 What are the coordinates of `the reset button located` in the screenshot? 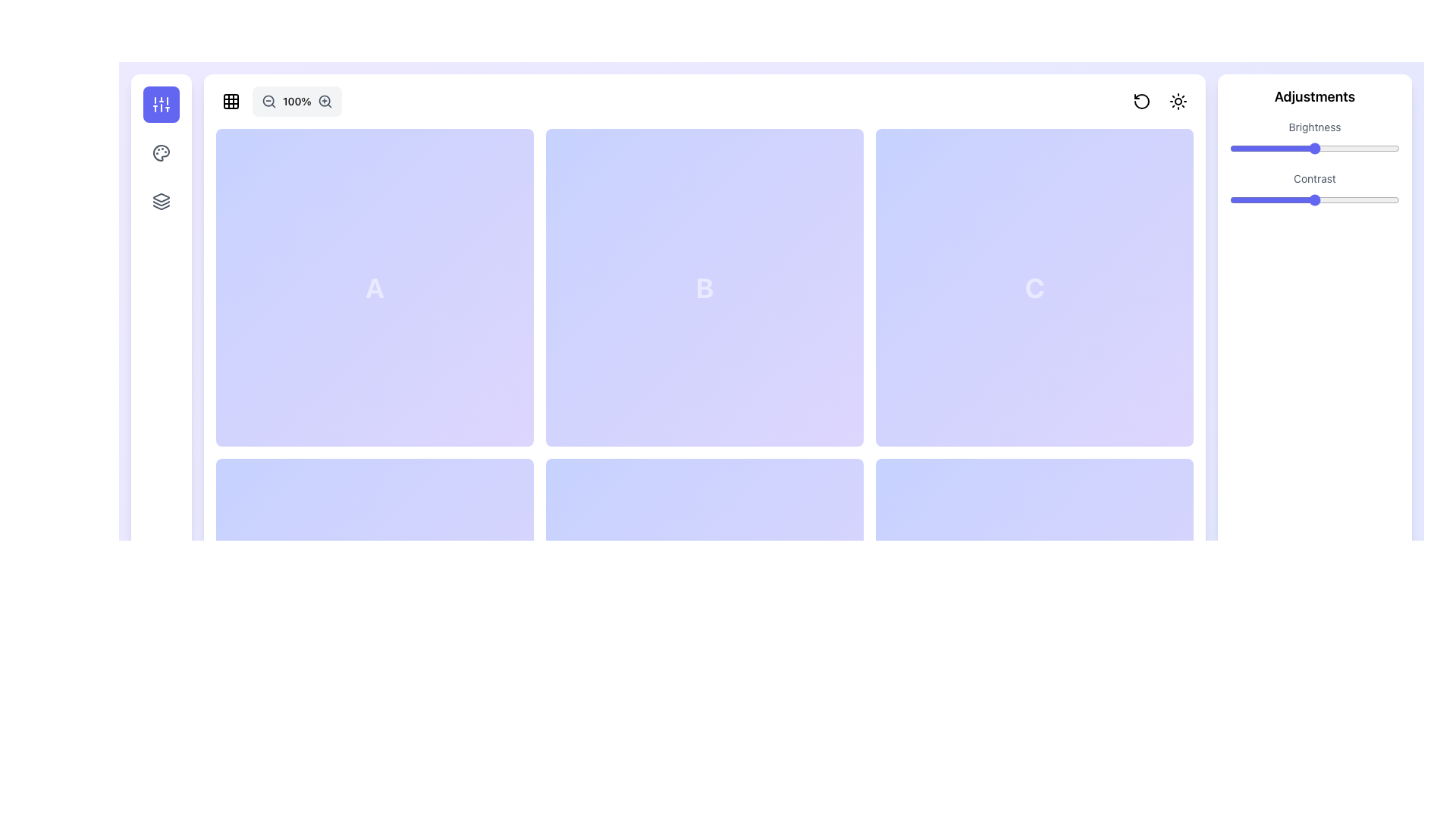 It's located at (1142, 102).